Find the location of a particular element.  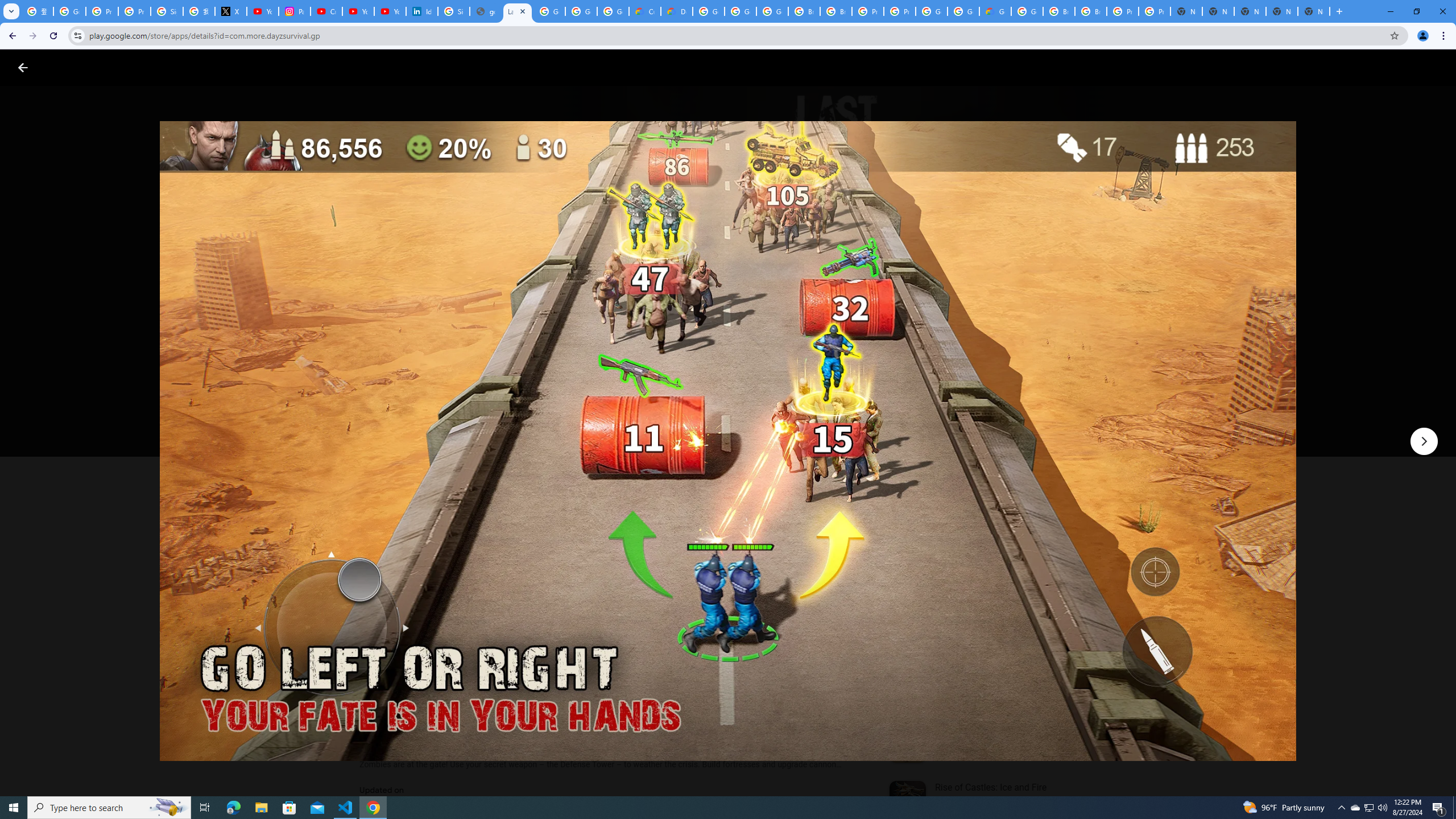

'Sign in - Google Accounts' is located at coordinates (167, 11).